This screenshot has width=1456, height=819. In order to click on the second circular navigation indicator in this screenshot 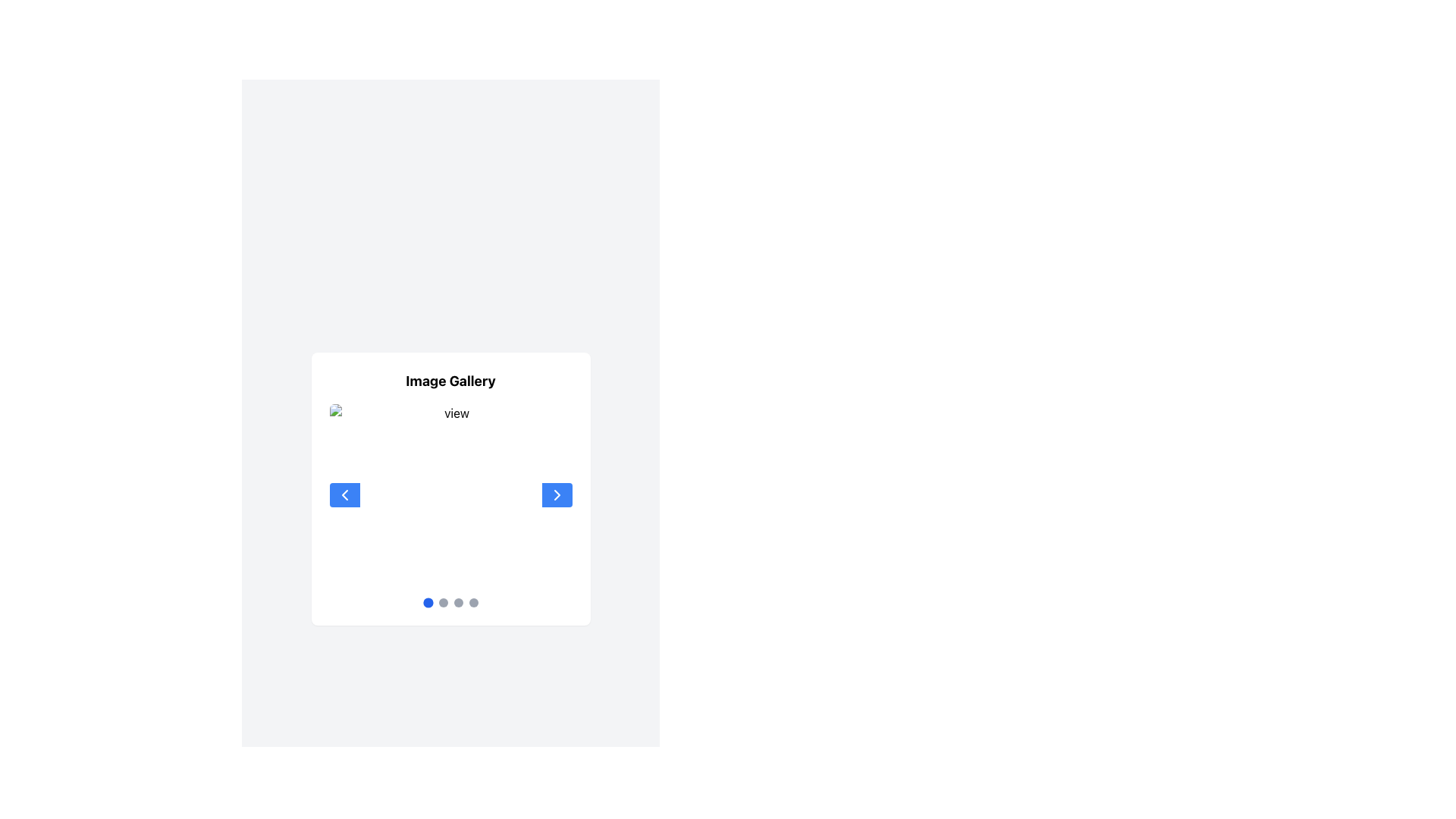, I will do `click(442, 601)`.